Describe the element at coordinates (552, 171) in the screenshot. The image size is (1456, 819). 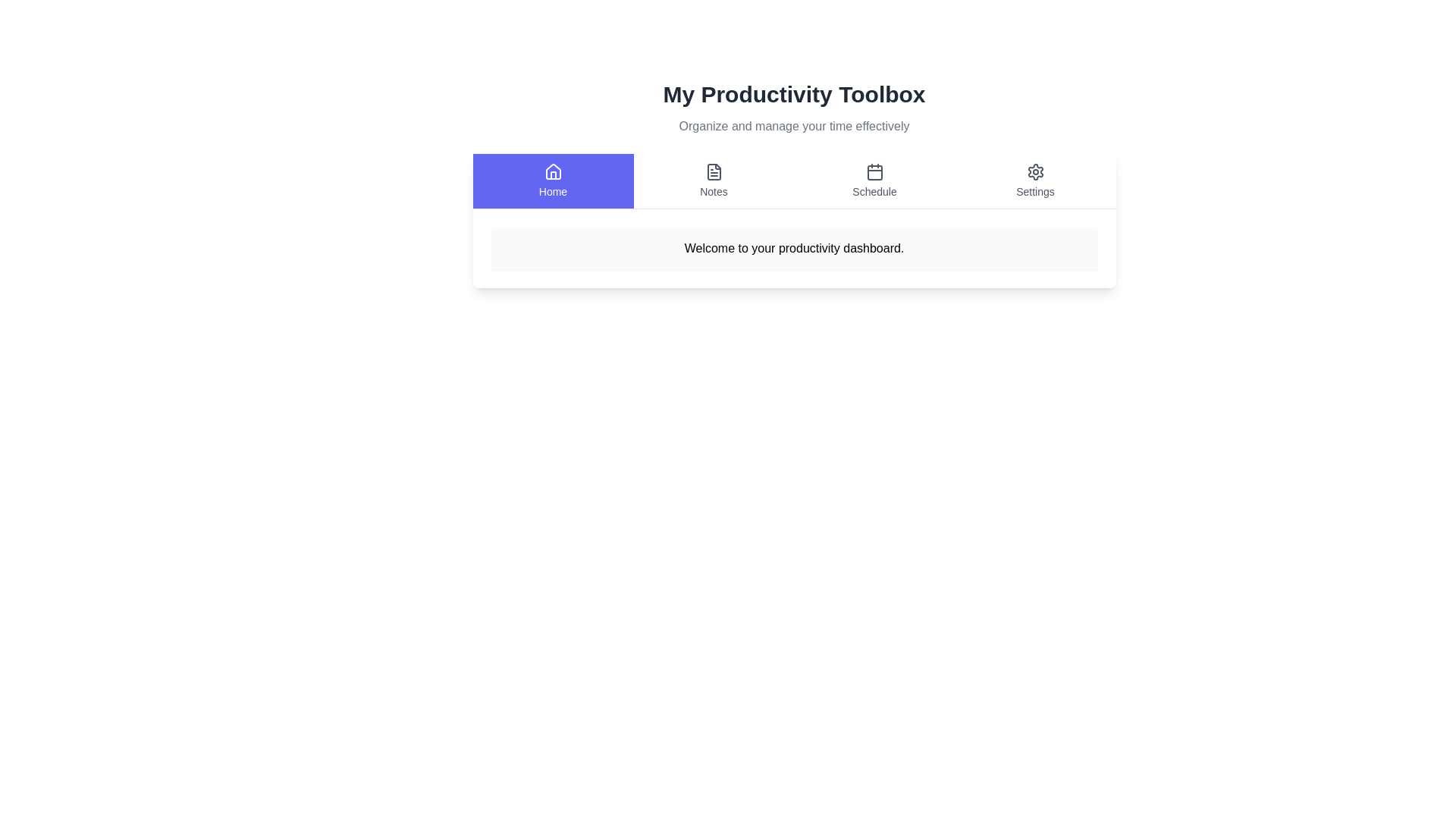
I see `the stylized house icon in the 'Home' tab of the top navigation bar, which is characterized by its white color and purple square background` at that location.